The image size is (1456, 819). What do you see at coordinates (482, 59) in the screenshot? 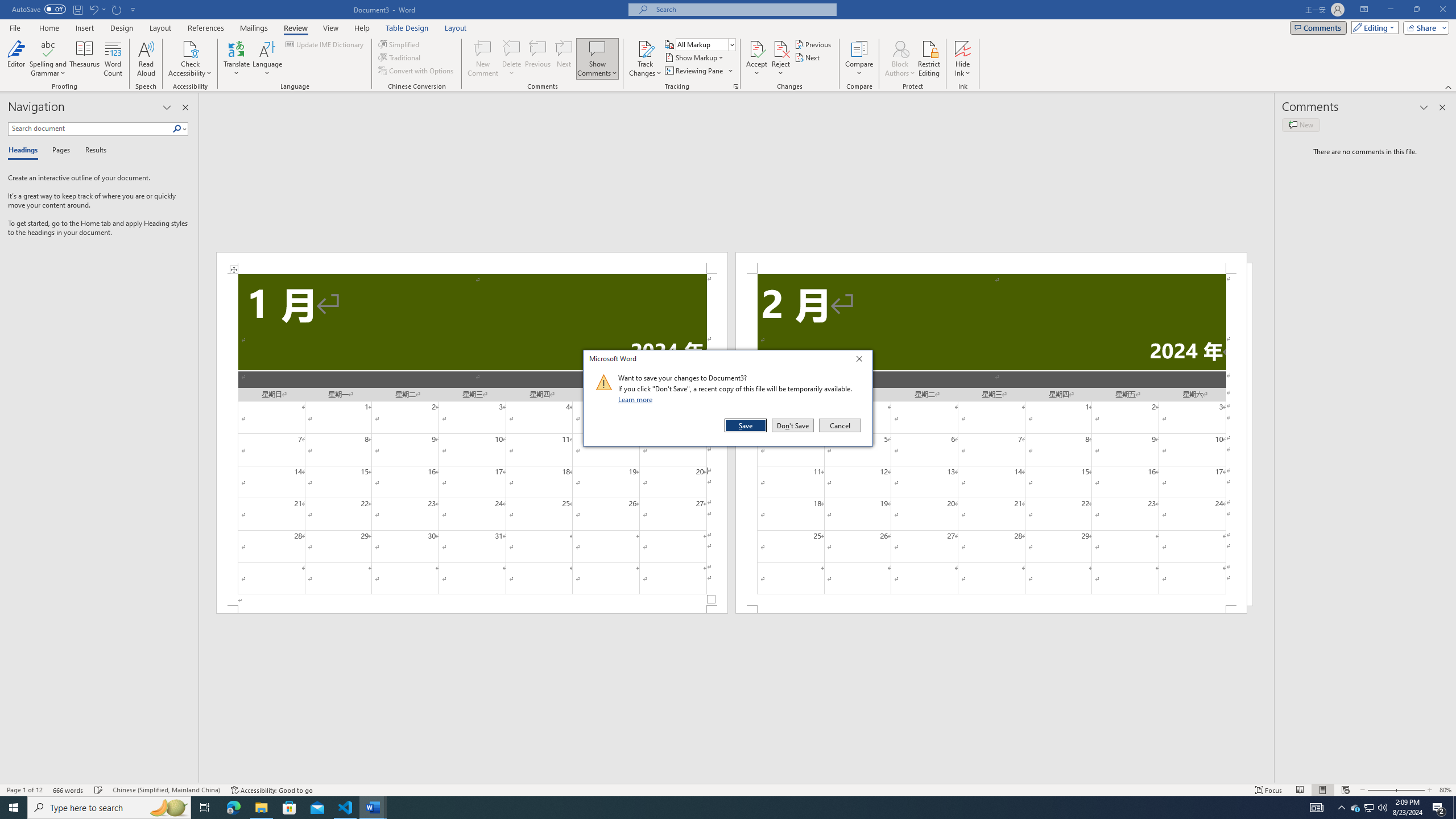
I see `'New Comment'` at bounding box center [482, 59].